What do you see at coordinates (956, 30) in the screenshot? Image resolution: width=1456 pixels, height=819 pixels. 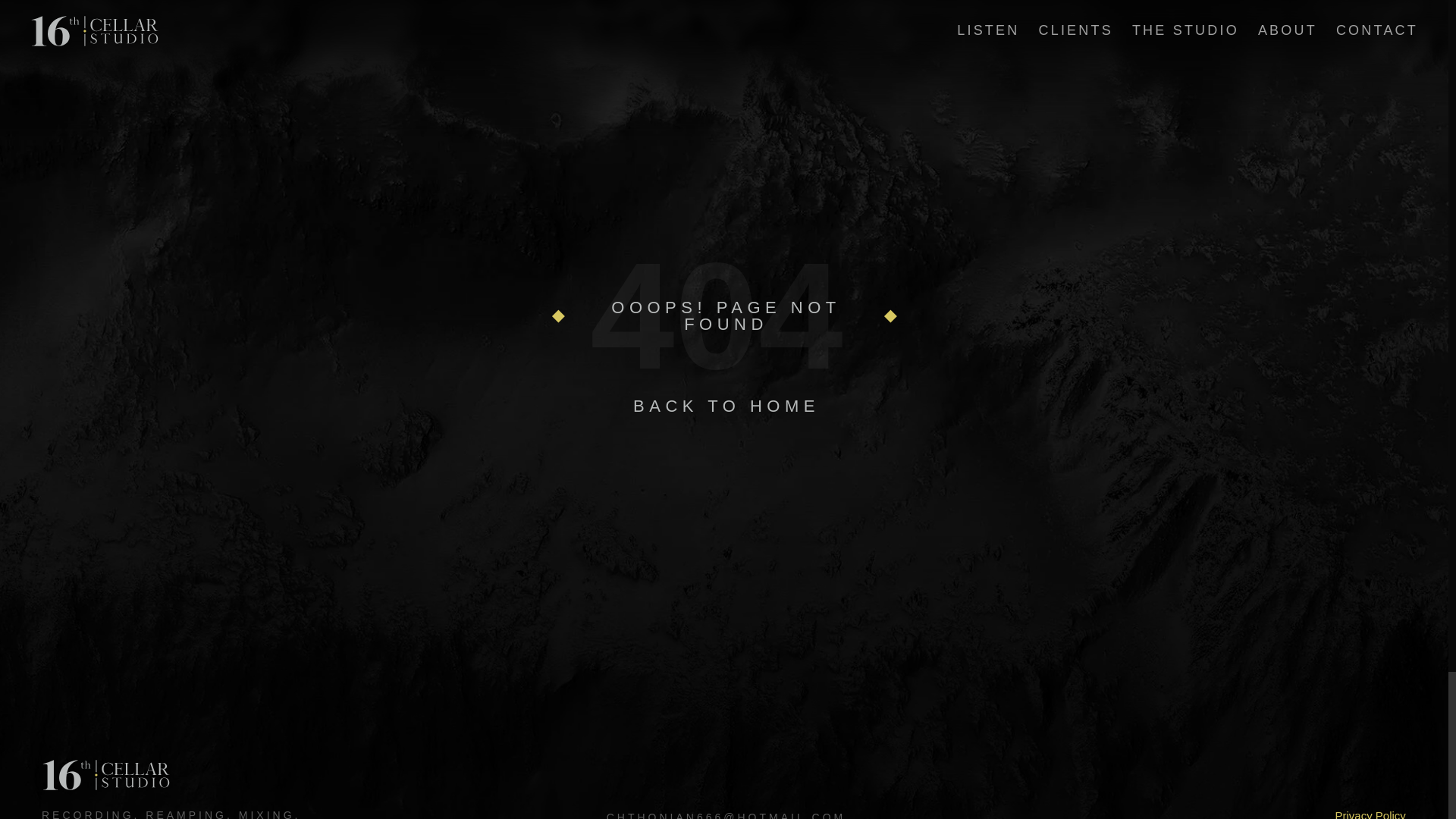 I see `'LISTEN'` at bounding box center [956, 30].